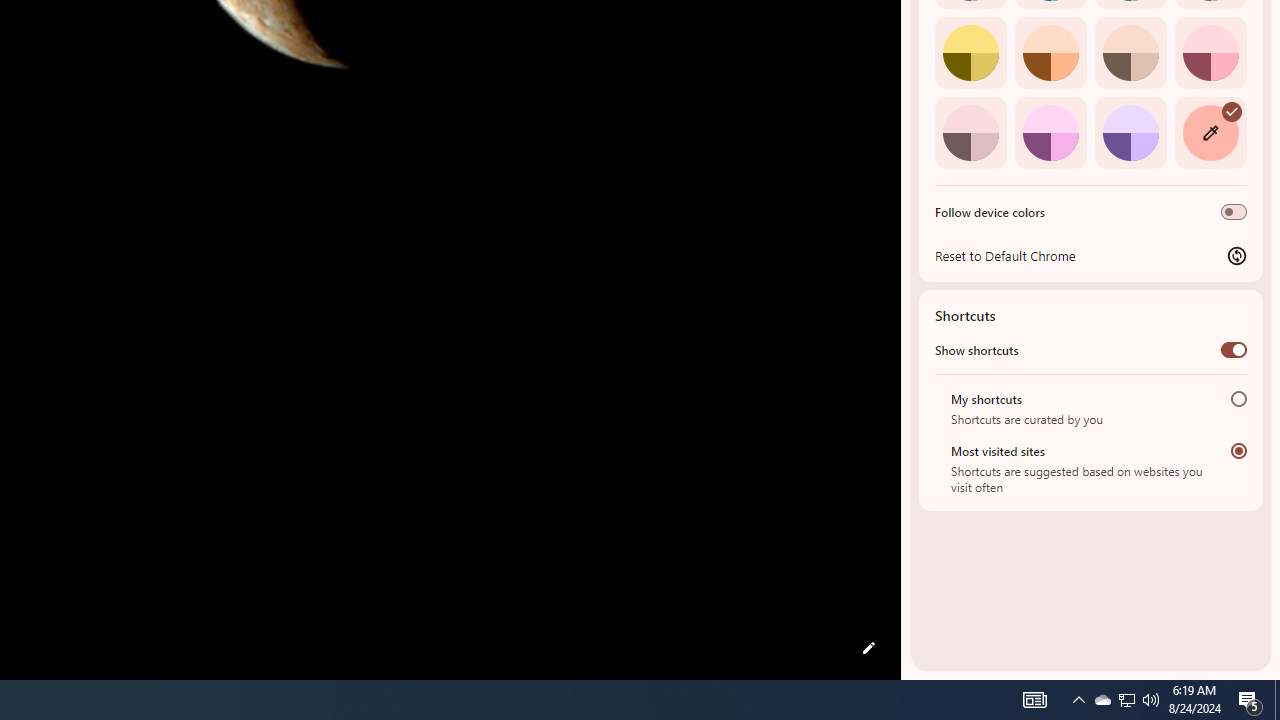 The height and width of the screenshot is (720, 1280). I want to click on 'Rose', so click(1209, 51).